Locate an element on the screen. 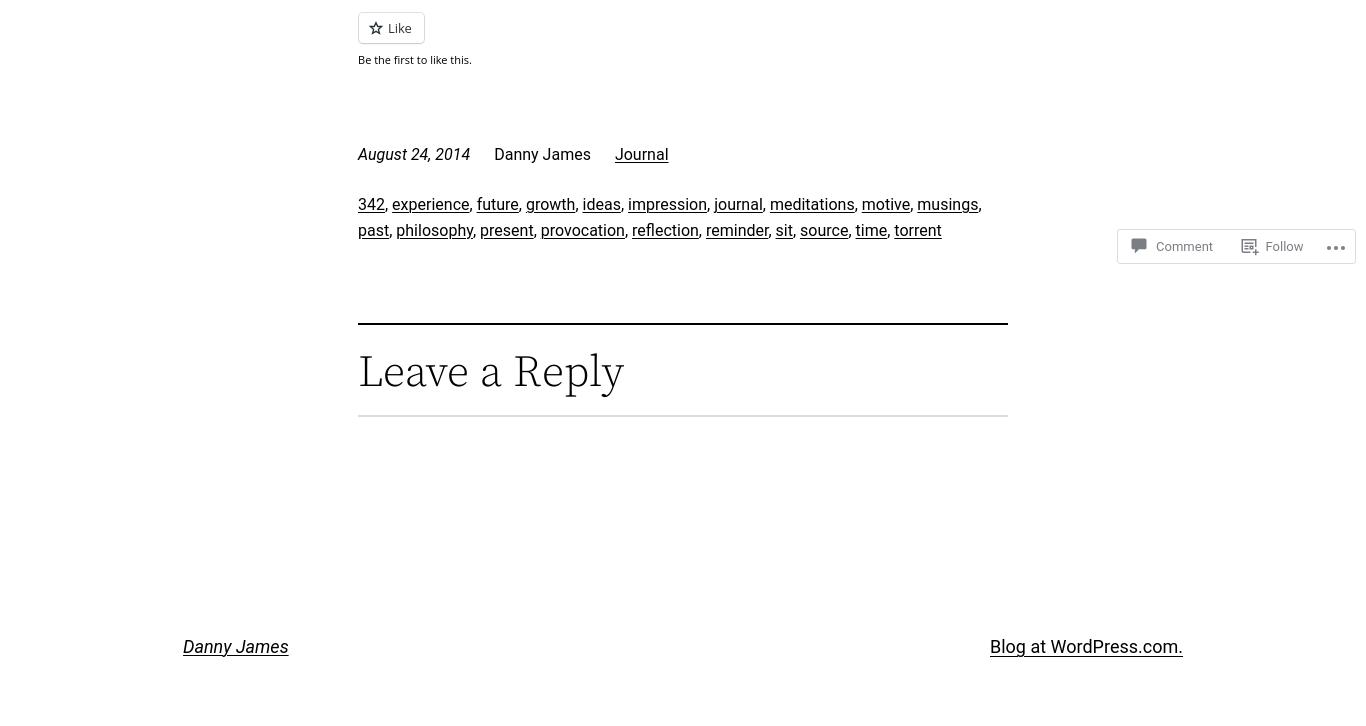 This screenshot has height=726, width=1366. 'philosophy' is located at coordinates (432, 228).